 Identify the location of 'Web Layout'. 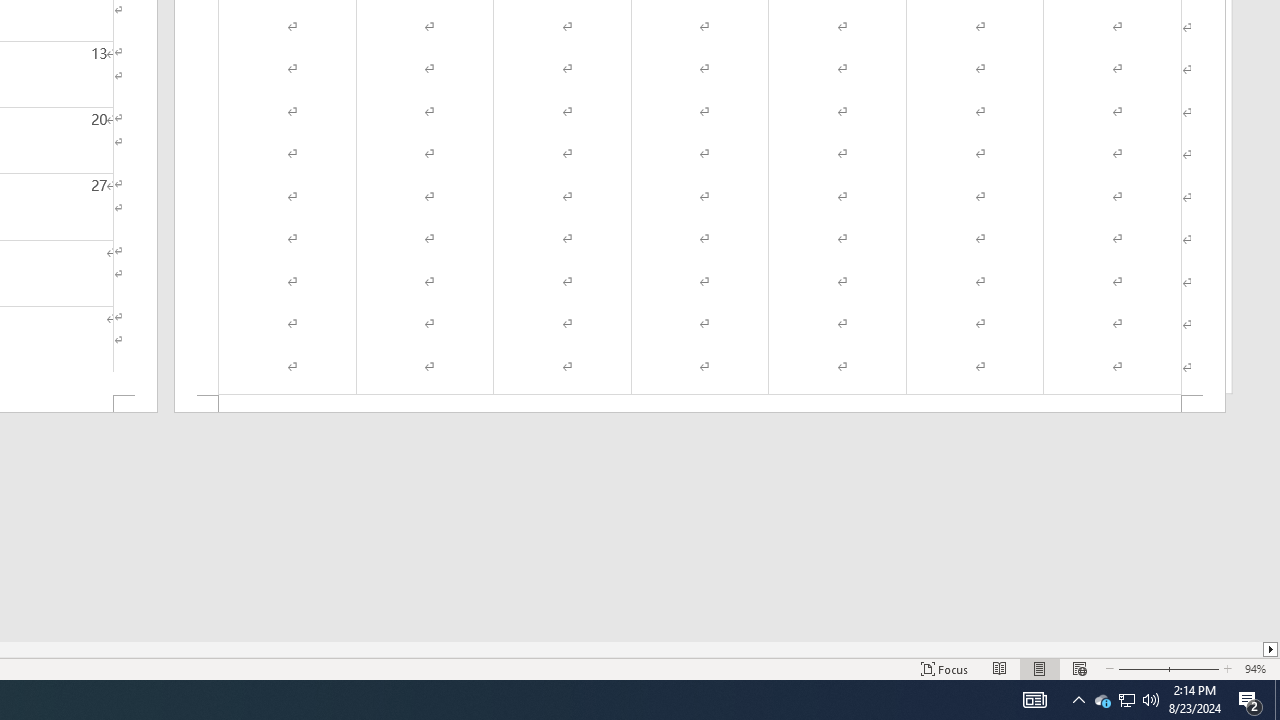
(1078, 669).